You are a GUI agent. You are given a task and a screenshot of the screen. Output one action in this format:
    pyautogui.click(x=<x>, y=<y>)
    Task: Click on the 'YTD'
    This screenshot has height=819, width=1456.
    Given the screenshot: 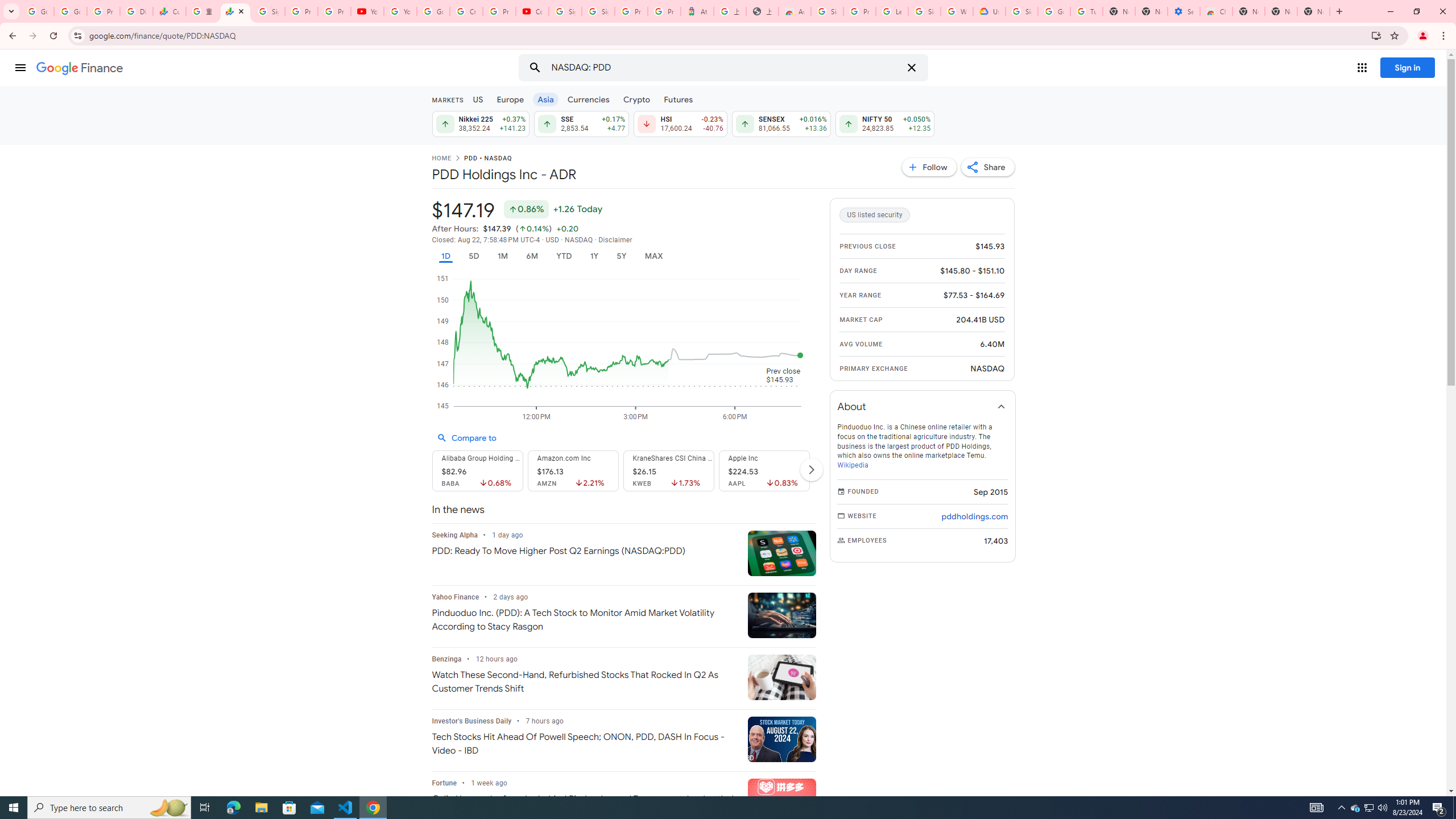 What is the action you would take?
    pyautogui.click(x=563, y=255)
    